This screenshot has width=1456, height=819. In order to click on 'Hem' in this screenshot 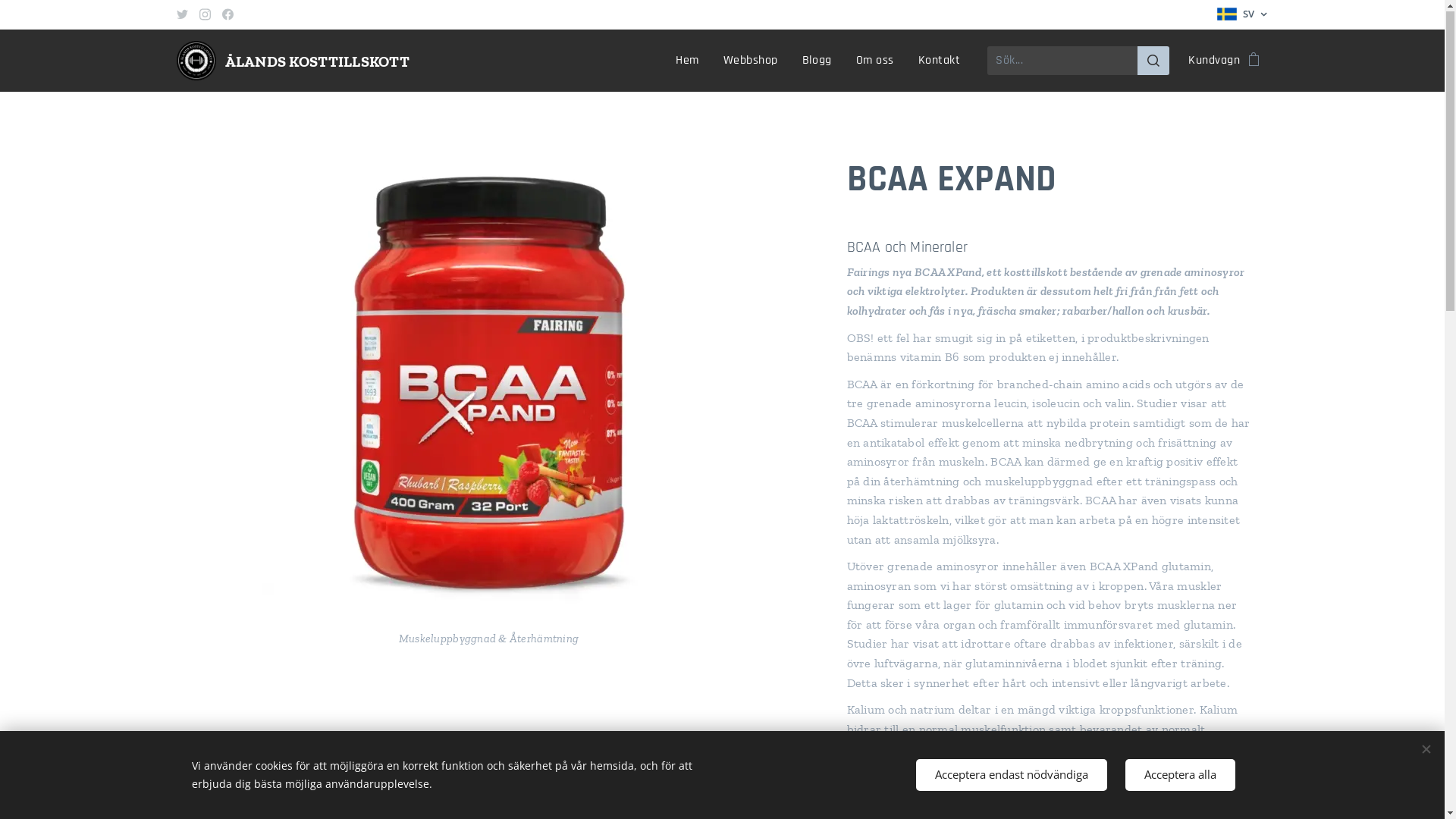, I will do `click(690, 61)`.